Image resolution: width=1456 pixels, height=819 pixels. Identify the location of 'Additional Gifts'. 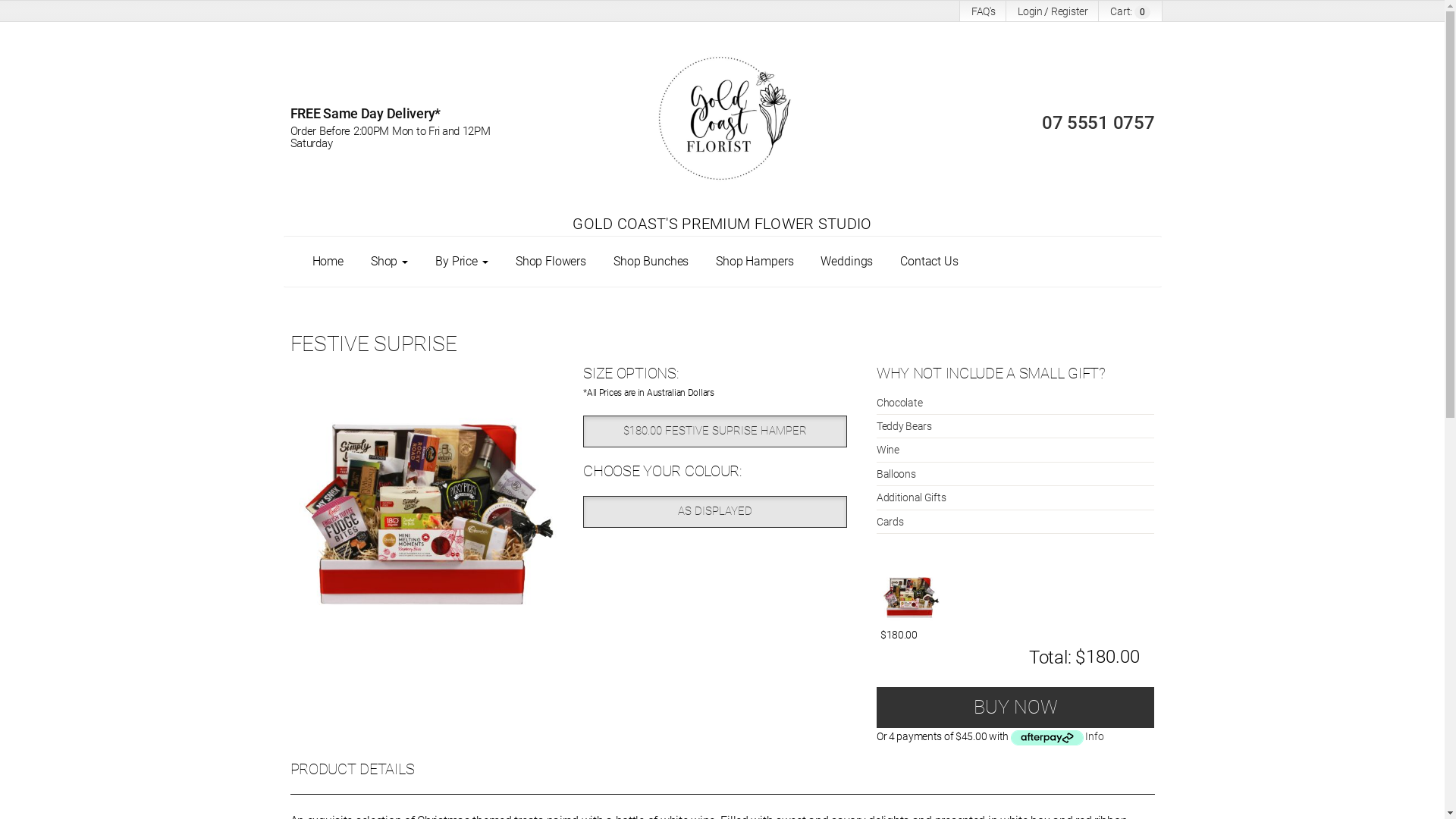
(1015, 497).